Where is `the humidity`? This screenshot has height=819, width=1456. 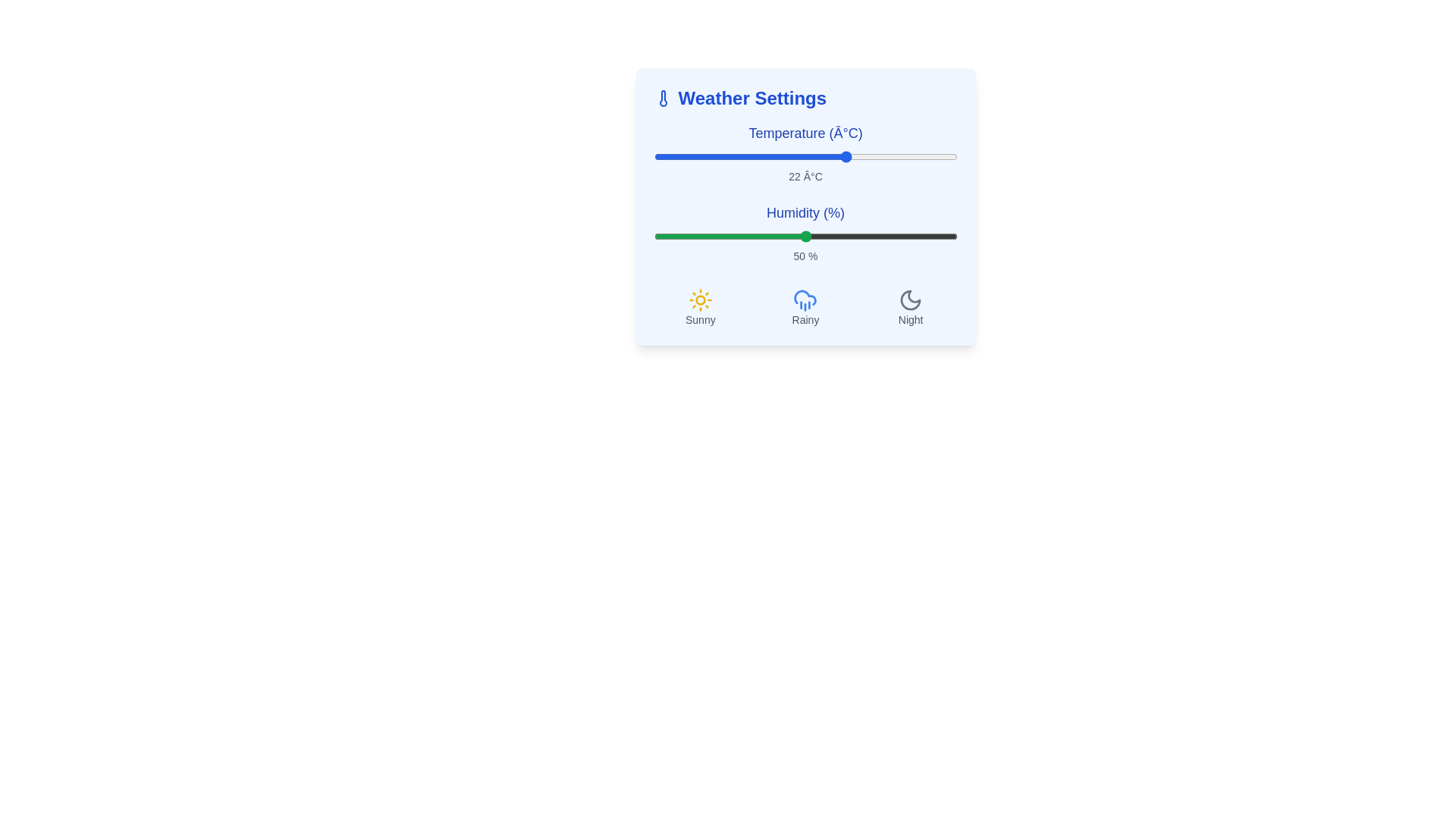
the humidity is located at coordinates (854, 237).